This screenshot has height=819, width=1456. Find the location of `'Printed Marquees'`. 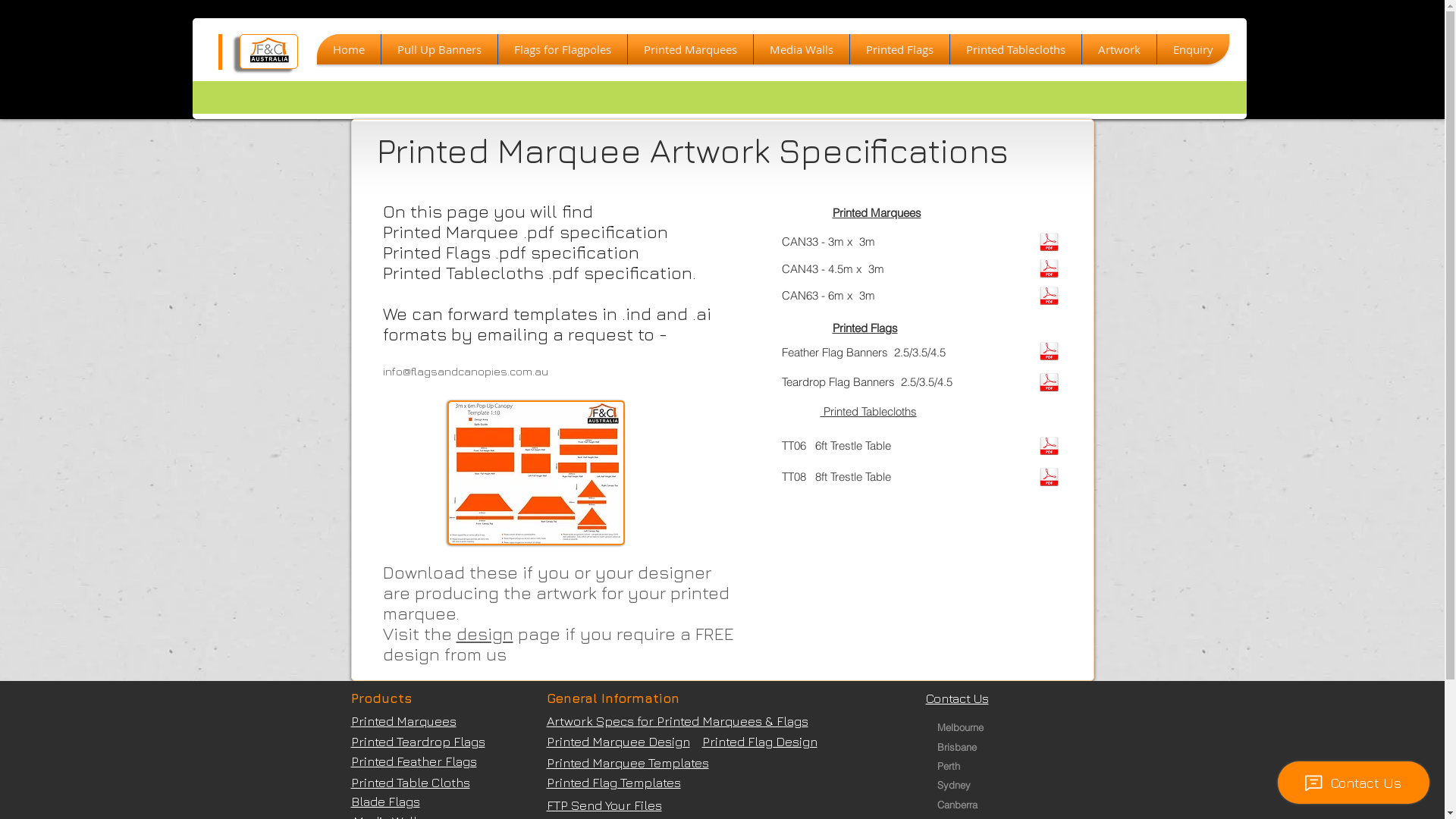

'Printed Marquees' is located at coordinates (403, 720).